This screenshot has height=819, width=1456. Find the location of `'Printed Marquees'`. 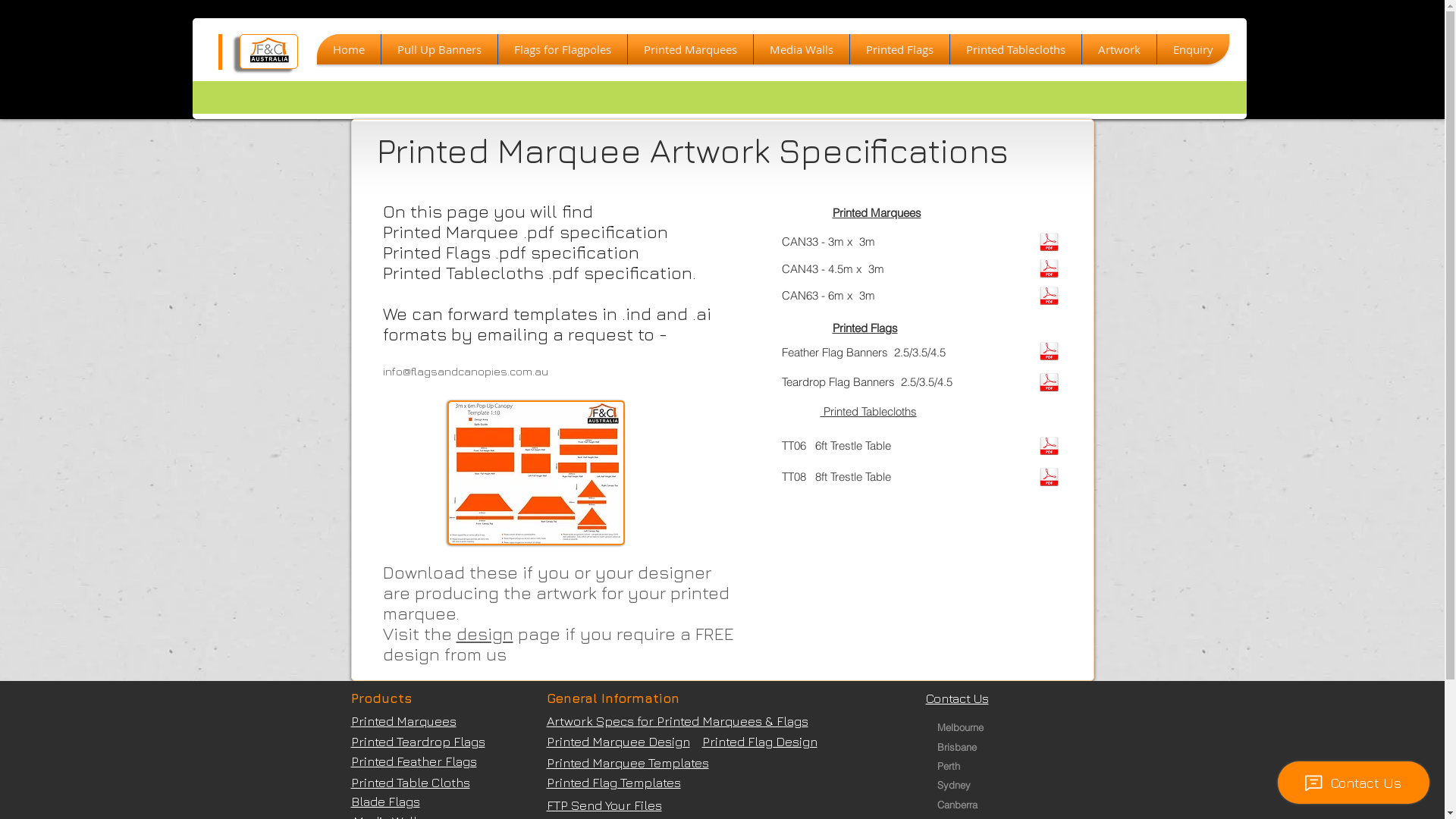

'Printed Marquees' is located at coordinates (403, 720).